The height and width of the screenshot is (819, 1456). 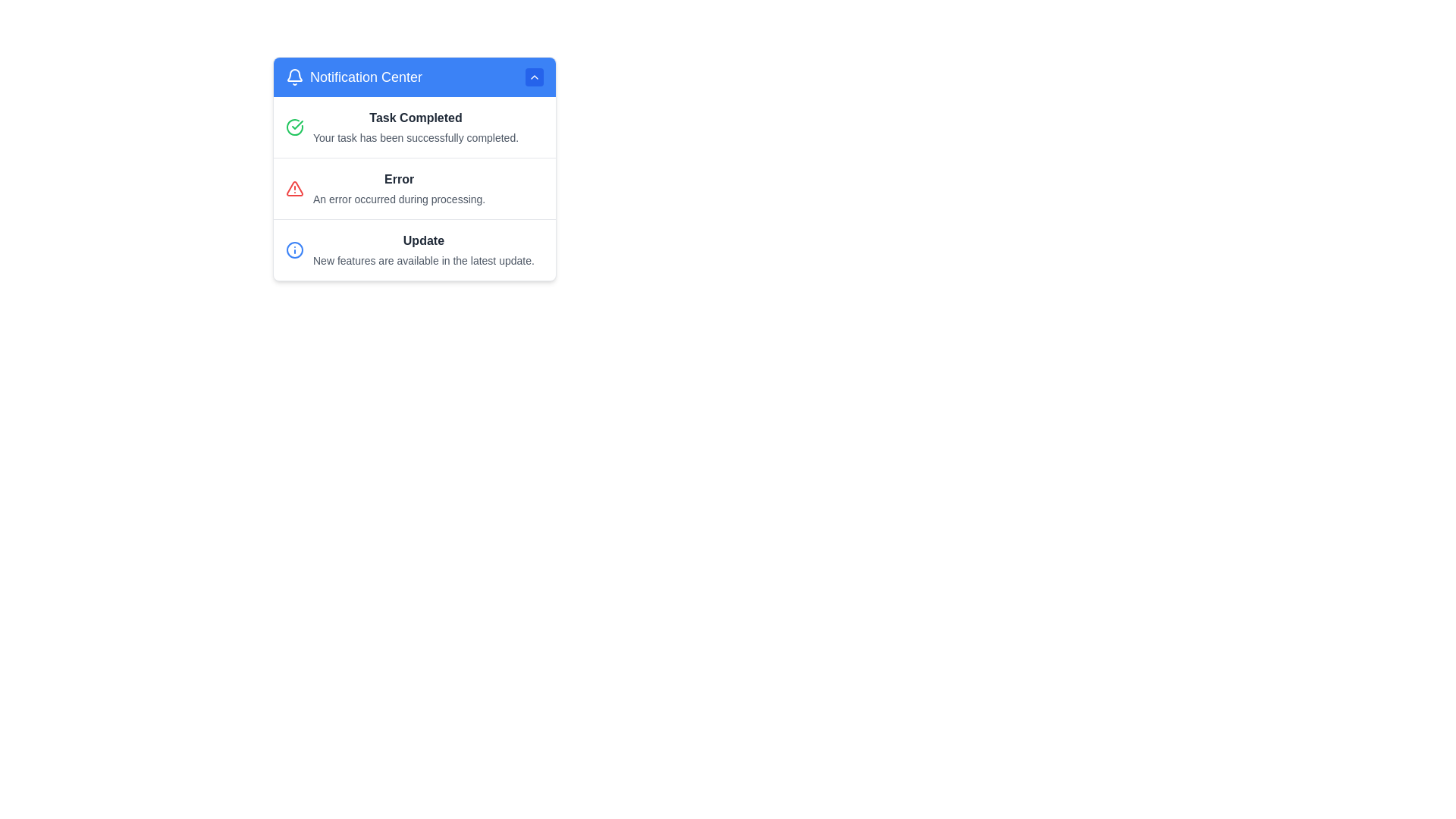 What do you see at coordinates (416, 117) in the screenshot?
I see `the Text Display element that serves as the title for the notification indicating task completion, located in the header section of the notification` at bounding box center [416, 117].